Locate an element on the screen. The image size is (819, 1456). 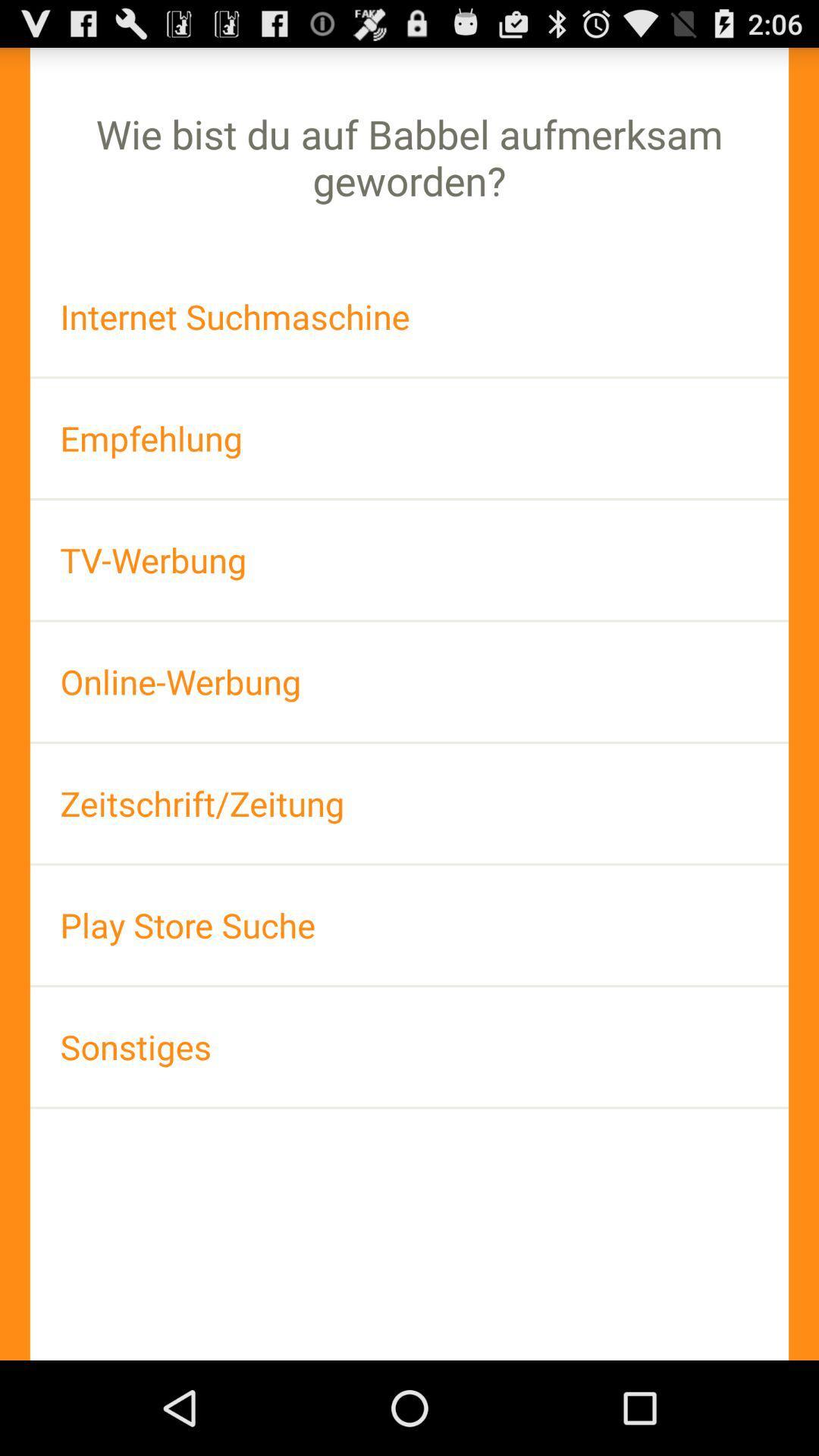
item at the bottom is located at coordinates (409, 1046).